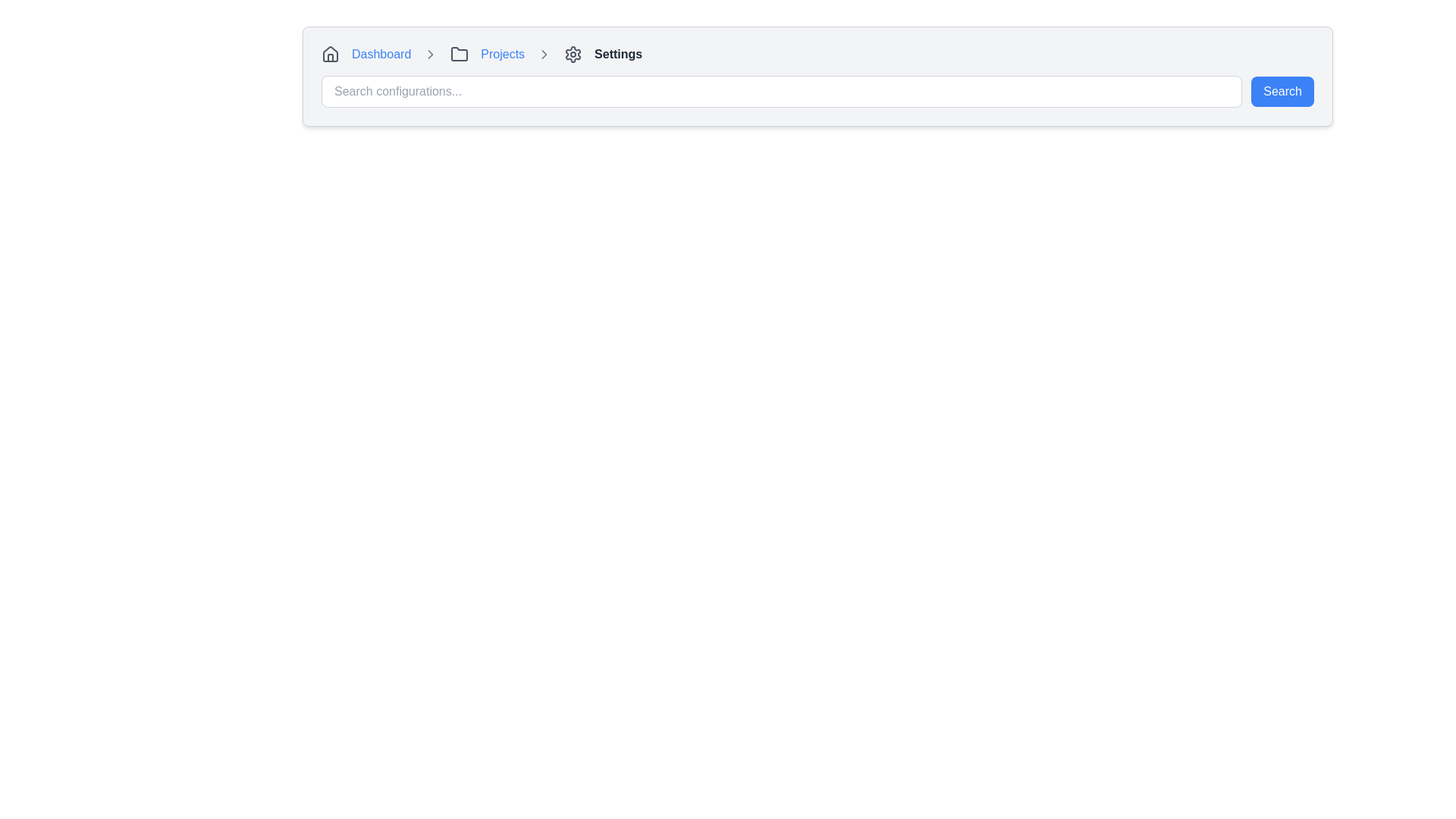 The width and height of the screenshot is (1456, 819). I want to click on the 'home' icon located at the far left of the breadcrumb navigation segment before the 'Dashboard' text link, so click(330, 54).